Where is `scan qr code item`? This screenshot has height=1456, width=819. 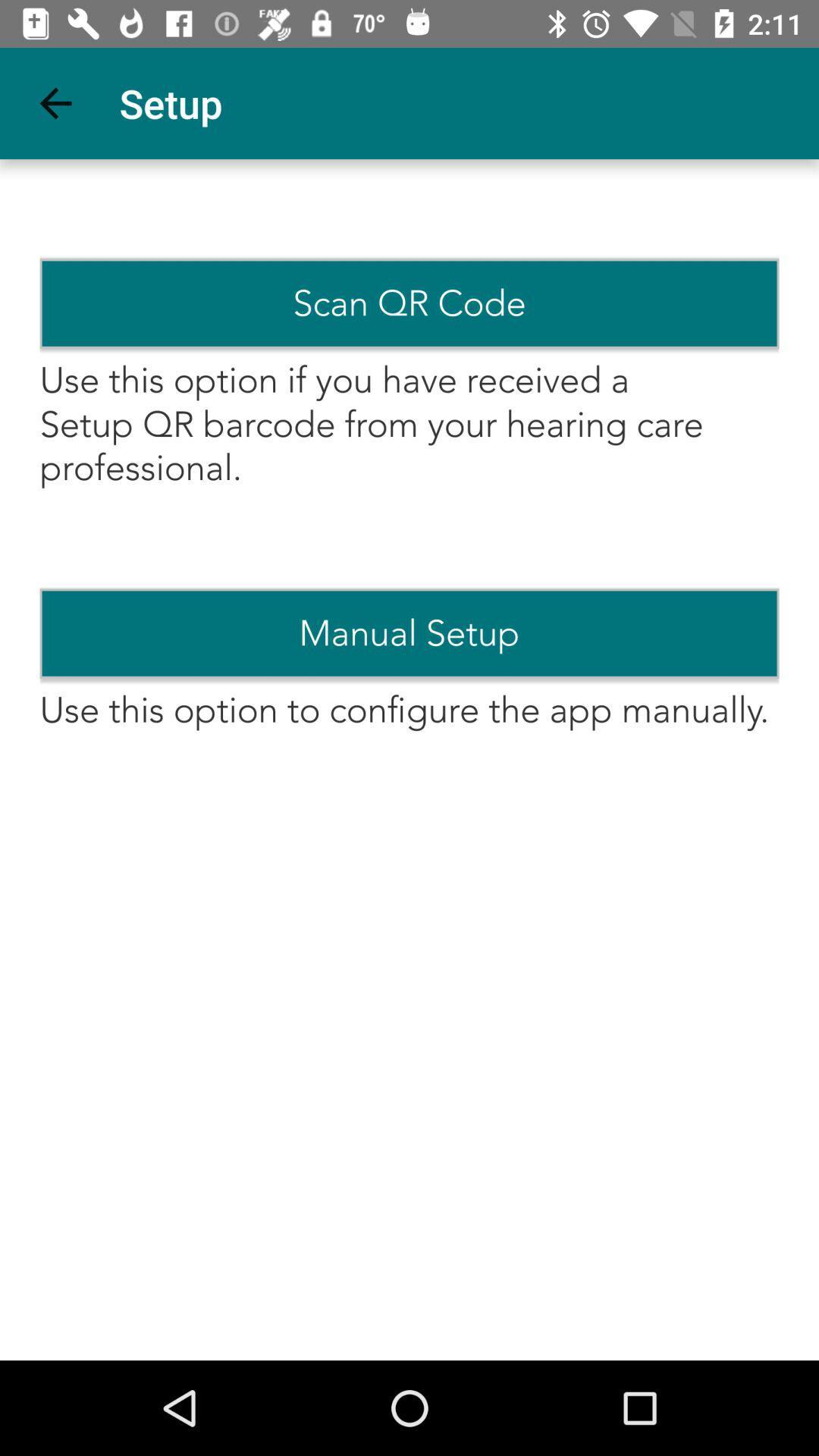
scan qr code item is located at coordinates (409, 303).